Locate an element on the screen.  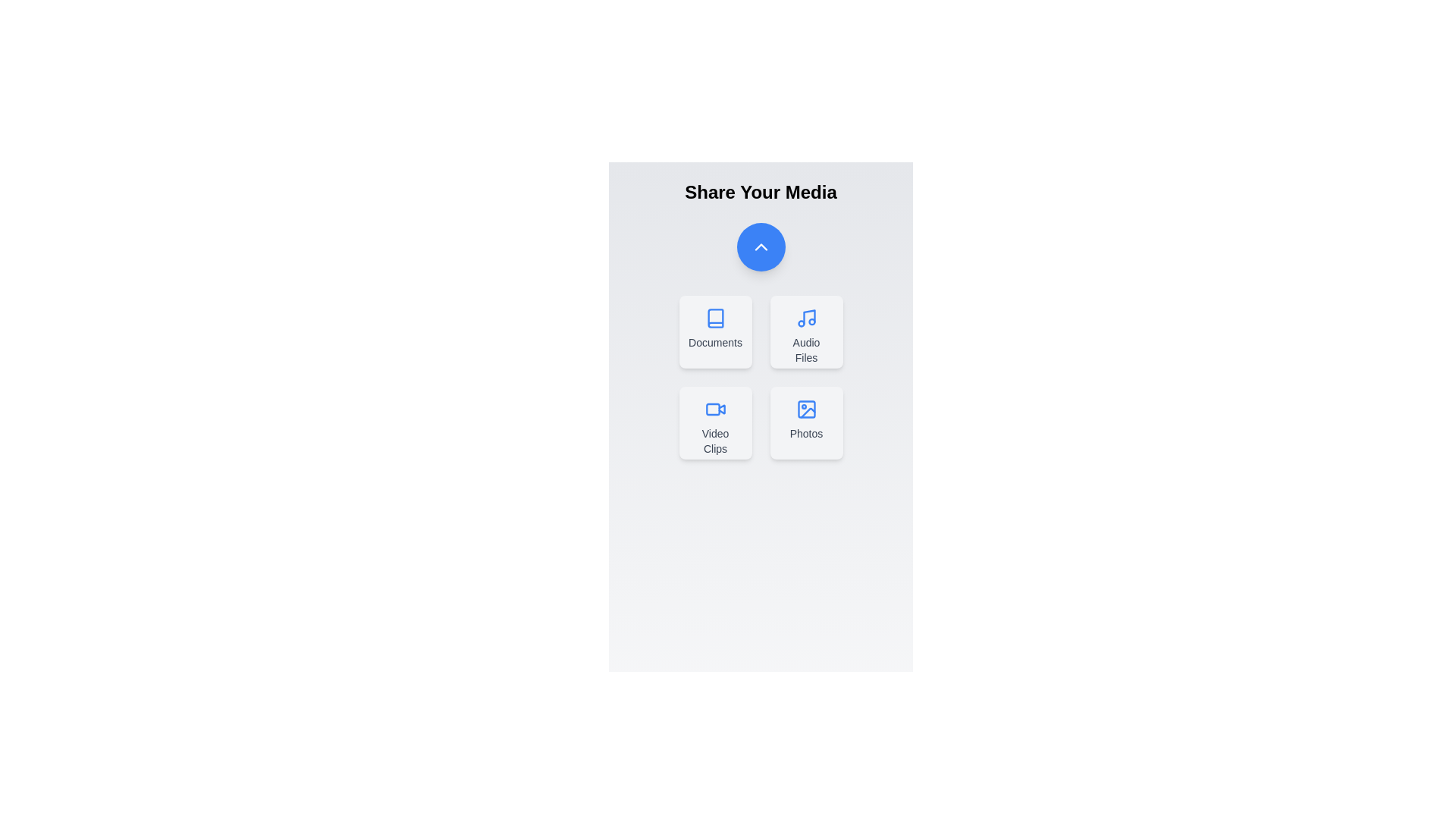
the text label for Documents is located at coordinates (714, 342).